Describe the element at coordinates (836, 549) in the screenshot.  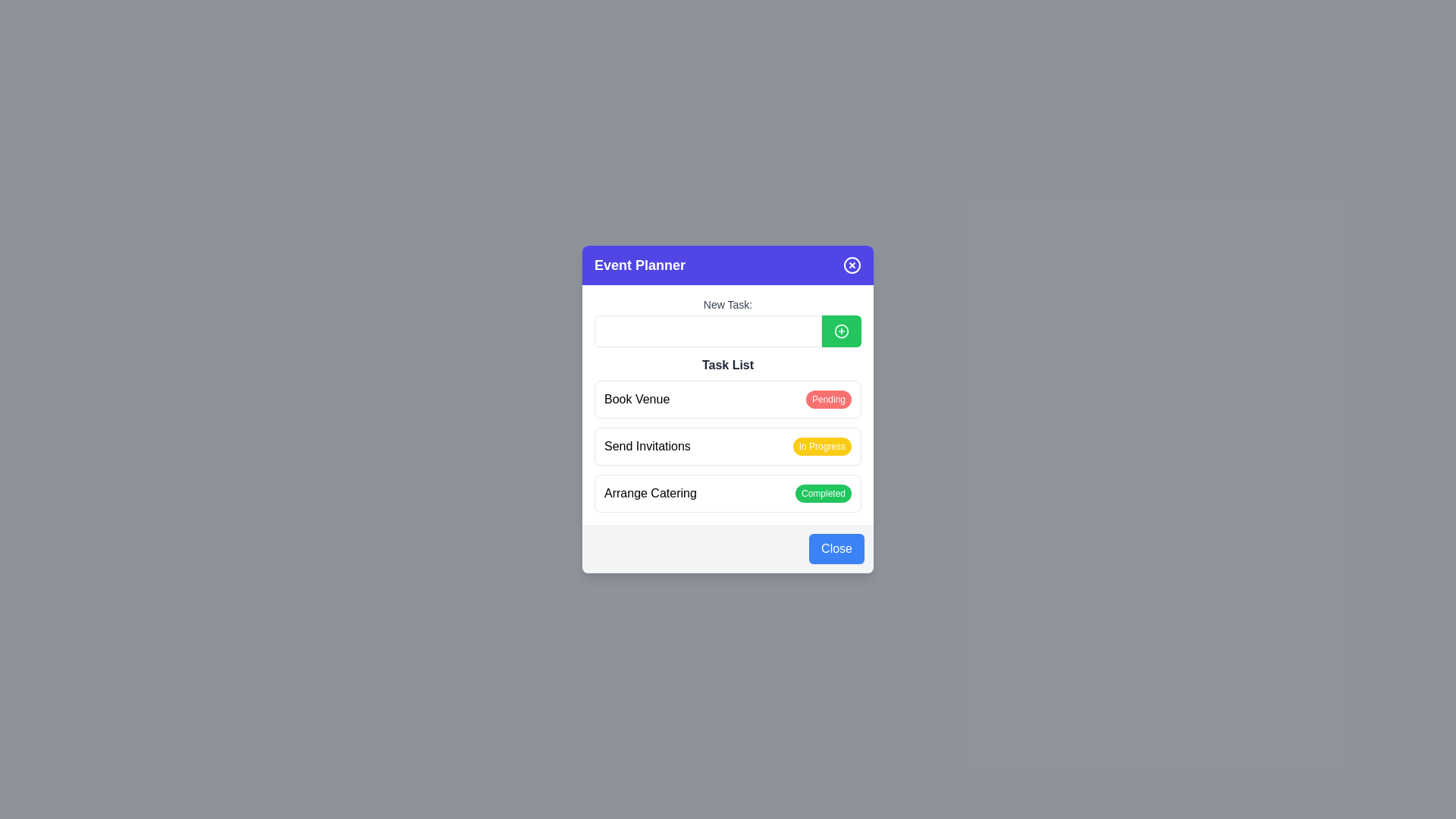
I see `the 'Close' button` at that location.